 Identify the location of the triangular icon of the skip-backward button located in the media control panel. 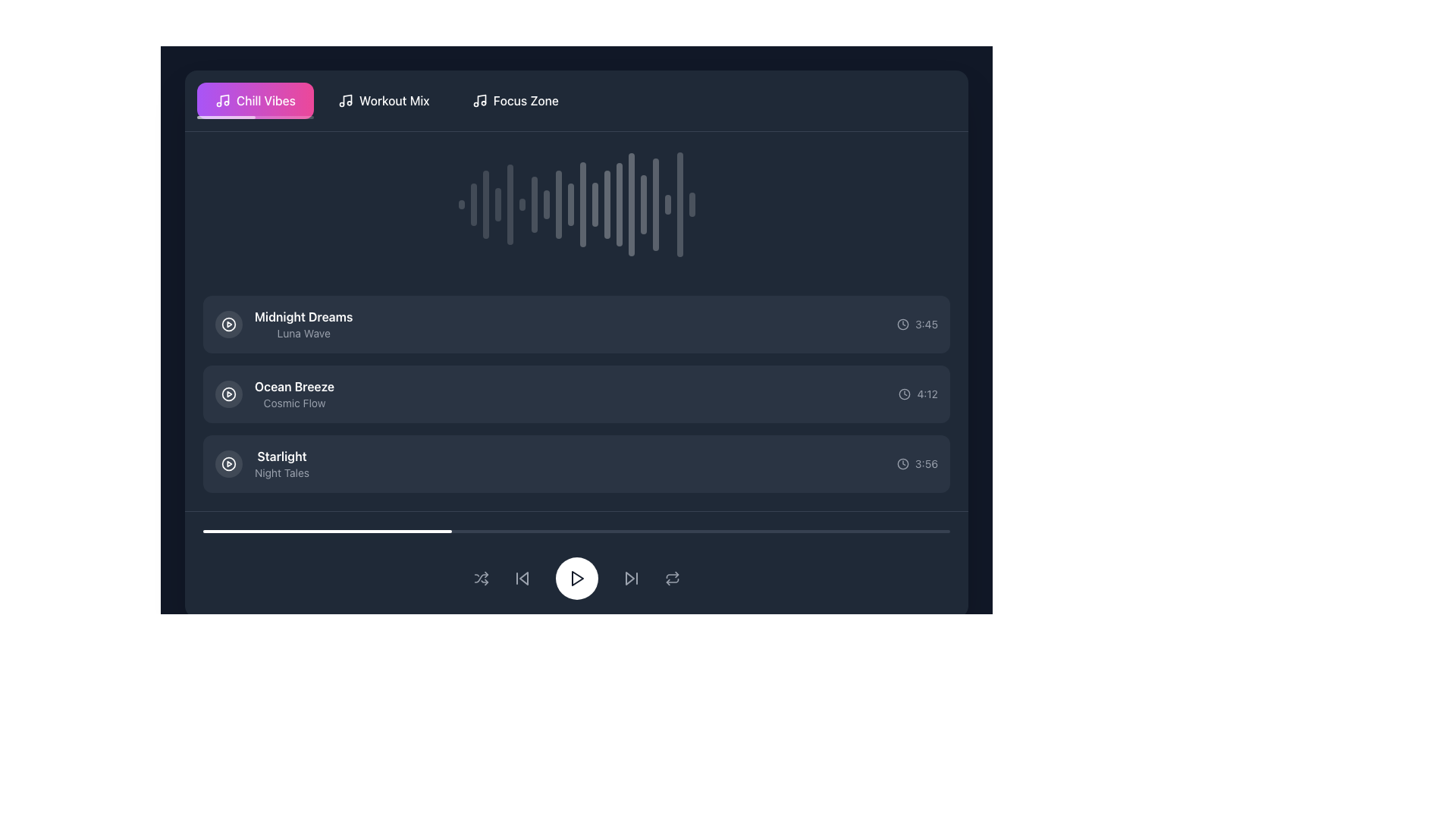
(523, 579).